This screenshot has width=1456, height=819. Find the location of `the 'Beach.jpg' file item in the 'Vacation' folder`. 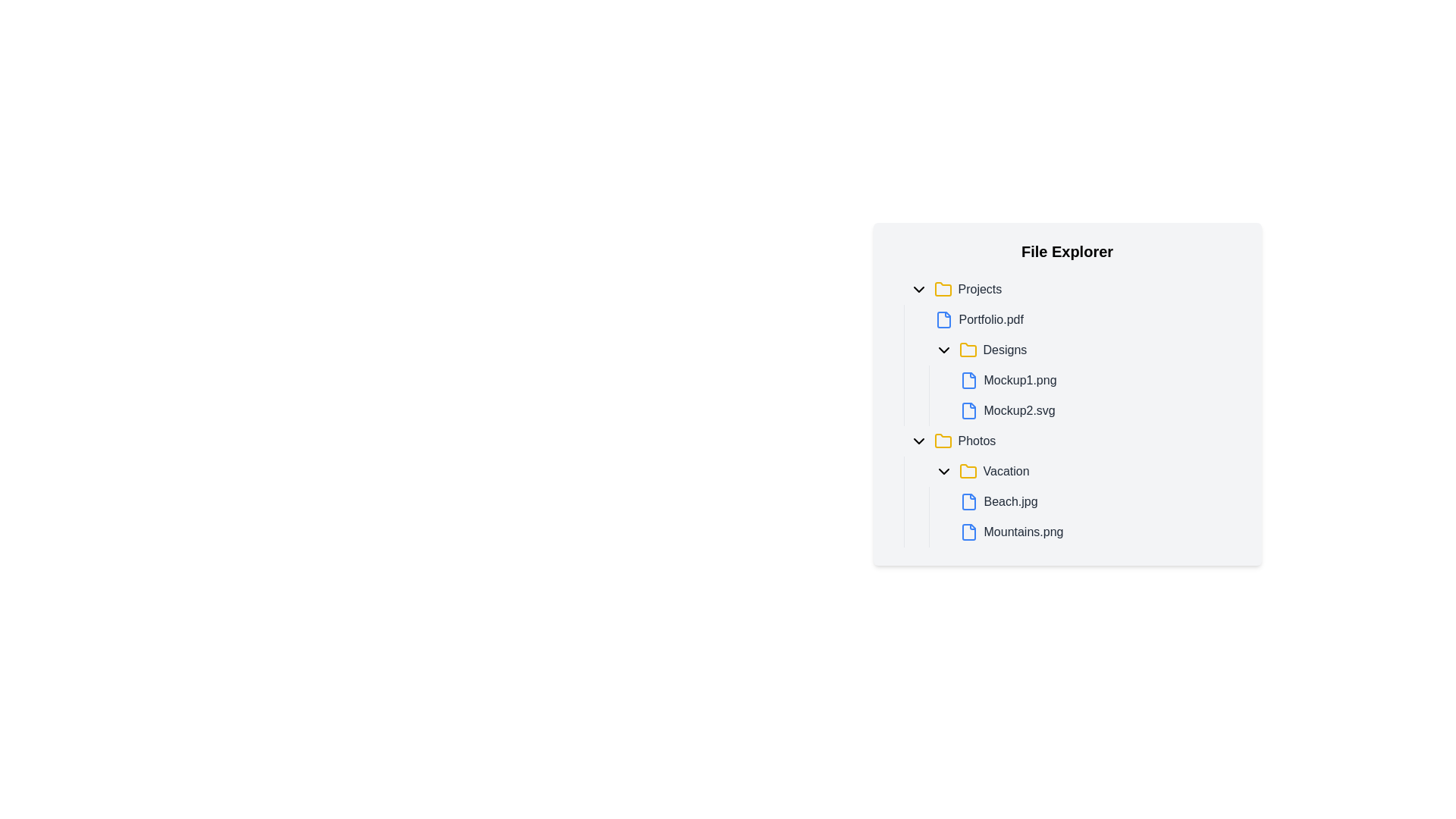

the 'Beach.jpg' file item in the 'Vacation' folder is located at coordinates (1098, 502).